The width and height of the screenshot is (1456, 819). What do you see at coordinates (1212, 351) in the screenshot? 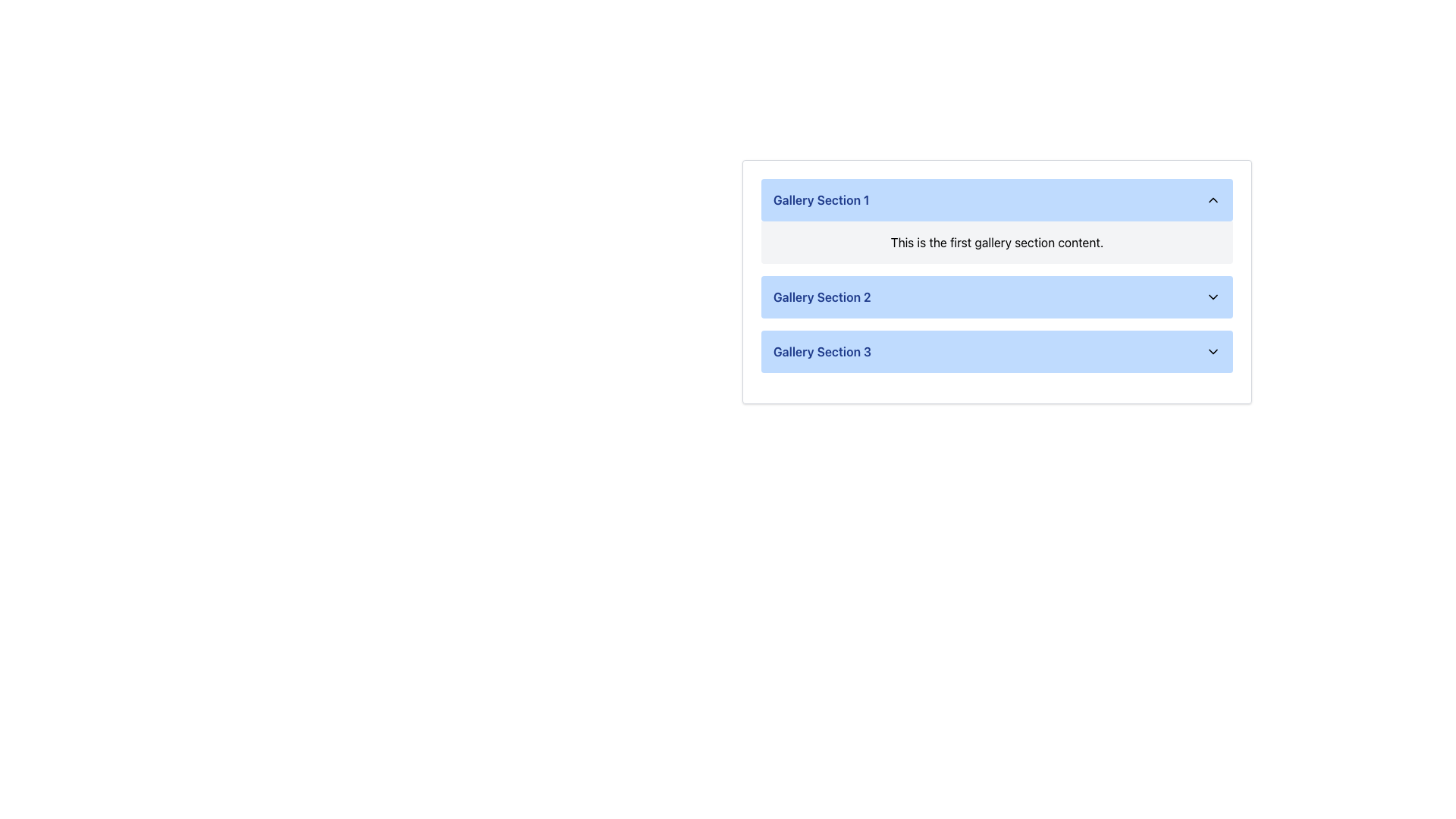
I see `the downward chevron icon located at the far-right of the 'Gallery Section 3'` at bounding box center [1212, 351].